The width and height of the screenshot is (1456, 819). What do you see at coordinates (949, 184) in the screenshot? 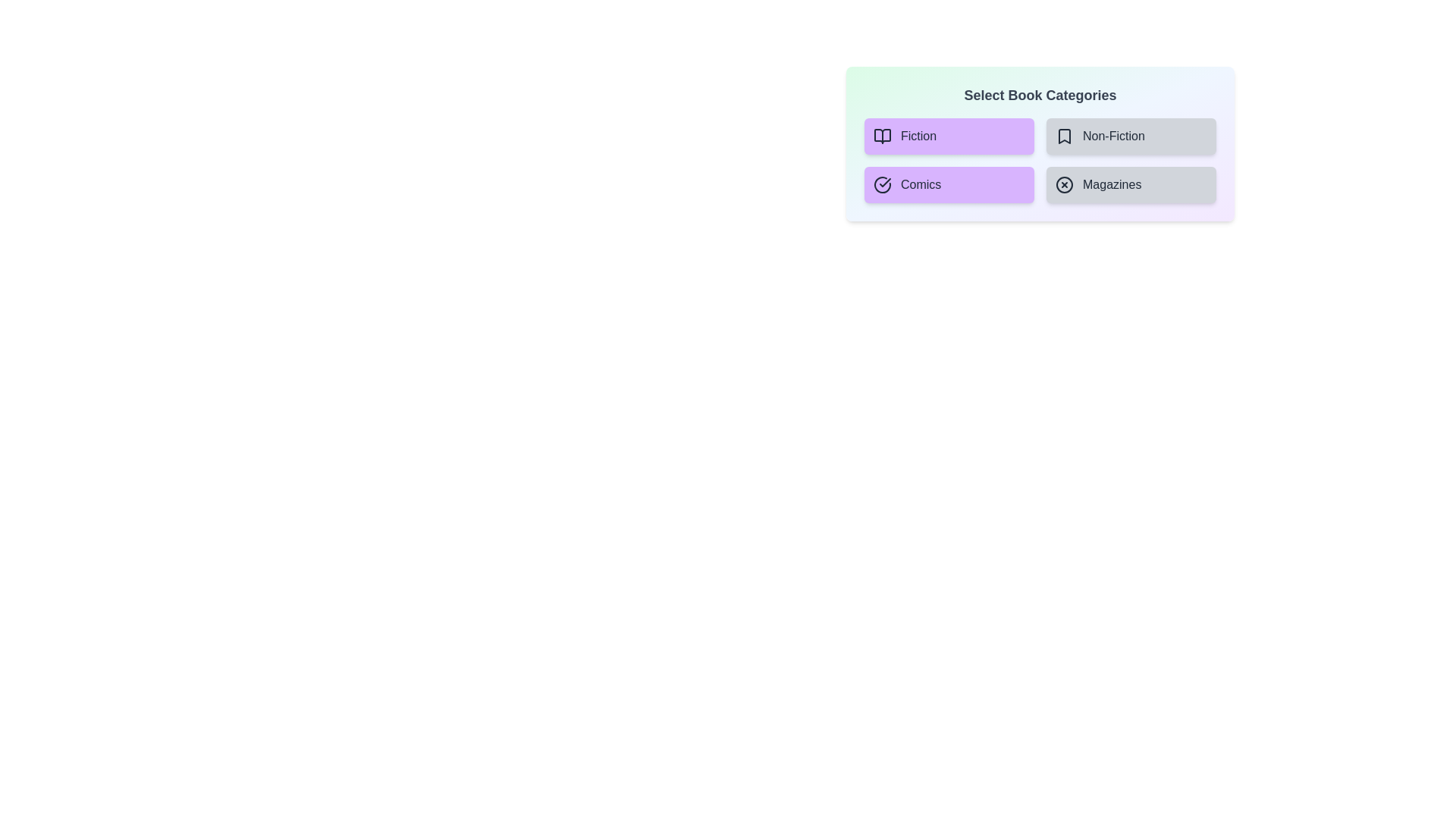
I see `the category Comics to see its hover effect` at bounding box center [949, 184].